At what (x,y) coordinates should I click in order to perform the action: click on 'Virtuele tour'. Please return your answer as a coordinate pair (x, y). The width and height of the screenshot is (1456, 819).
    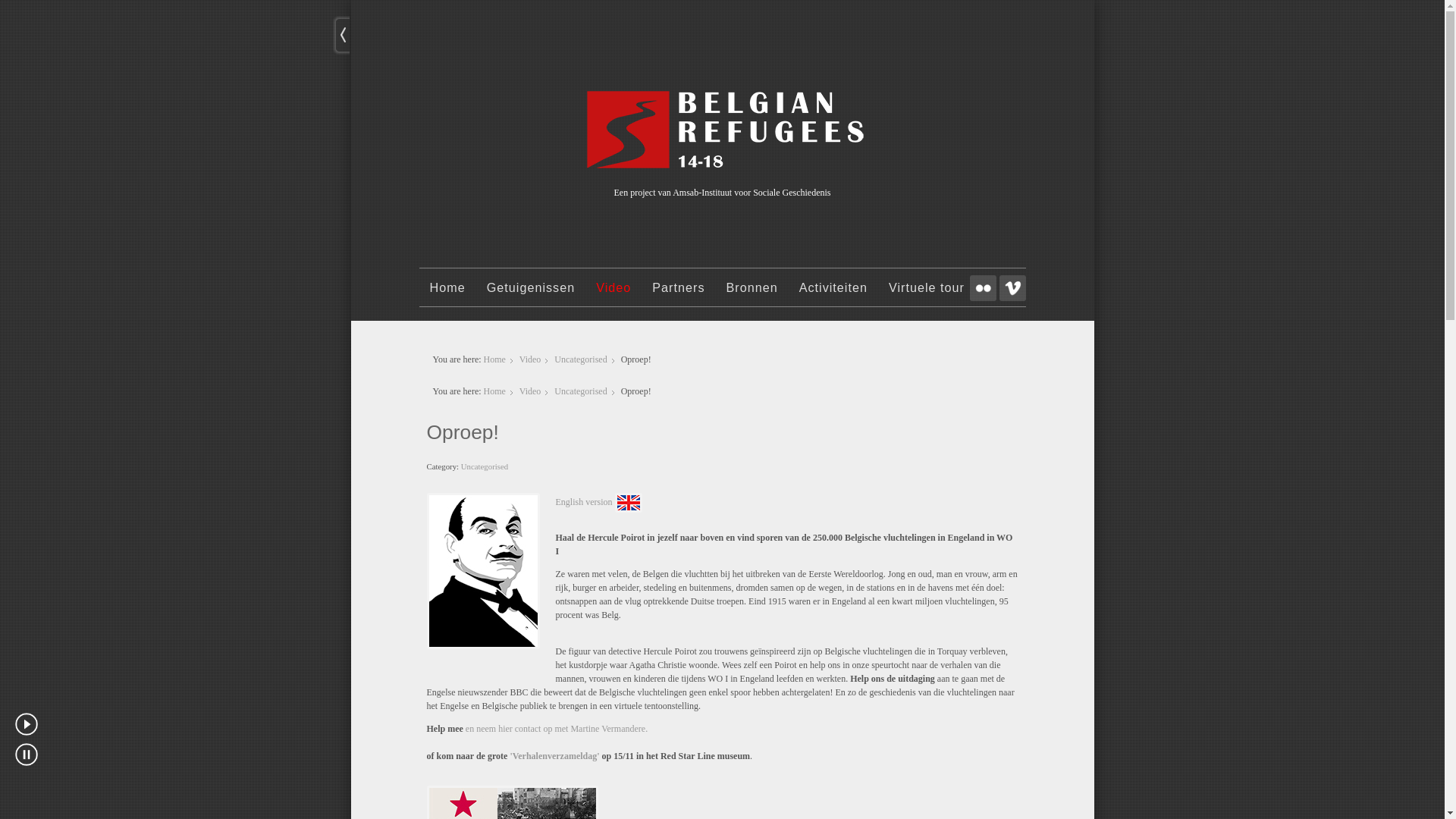
    Looking at the image, I should click on (926, 294).